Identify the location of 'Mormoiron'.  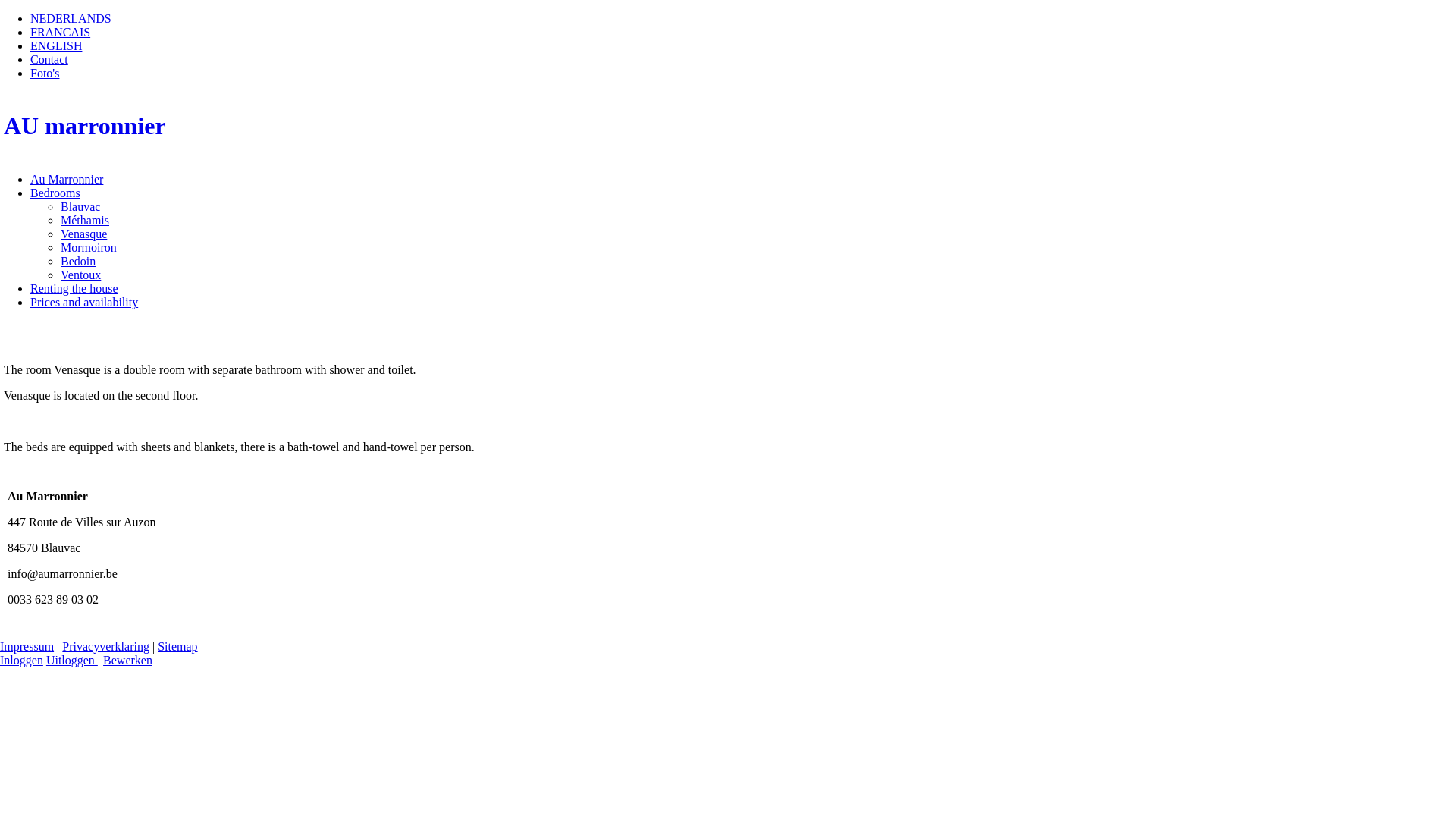
(87, 246).